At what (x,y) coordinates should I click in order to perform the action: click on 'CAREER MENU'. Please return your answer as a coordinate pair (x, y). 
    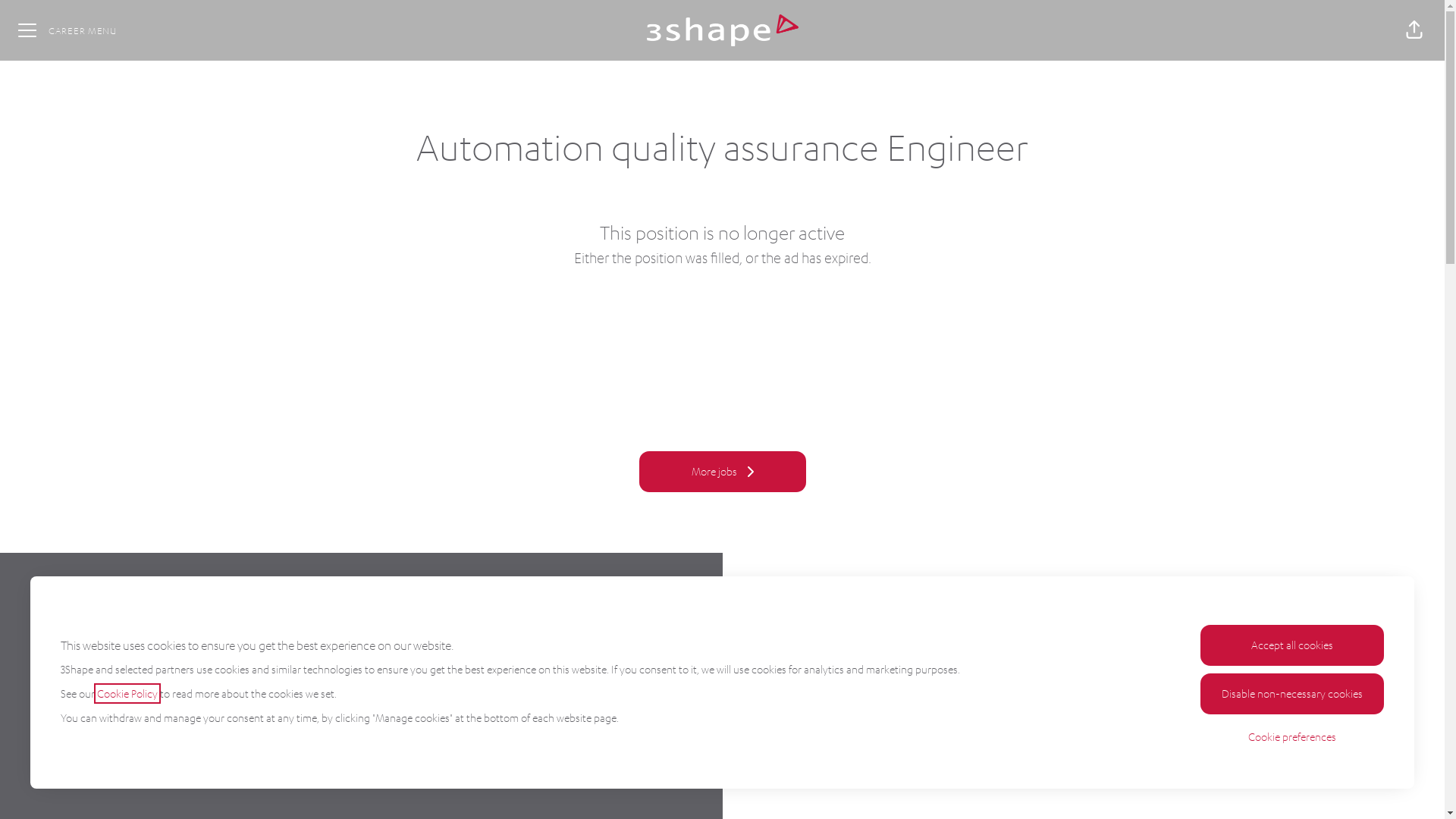
    Looking at the image, I should click on (6, 30).